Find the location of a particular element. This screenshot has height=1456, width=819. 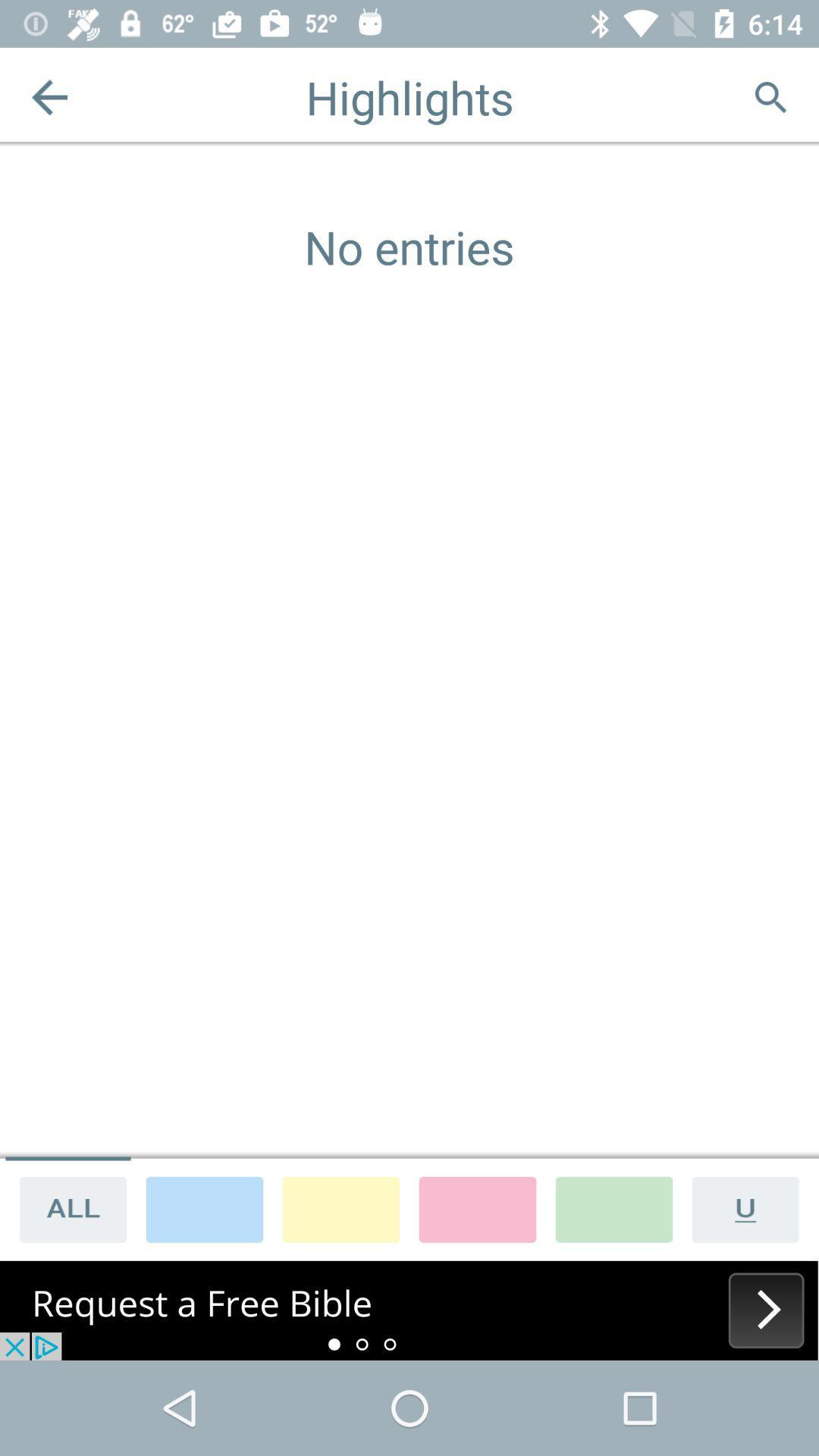

search is located at coordinates (770, 96).